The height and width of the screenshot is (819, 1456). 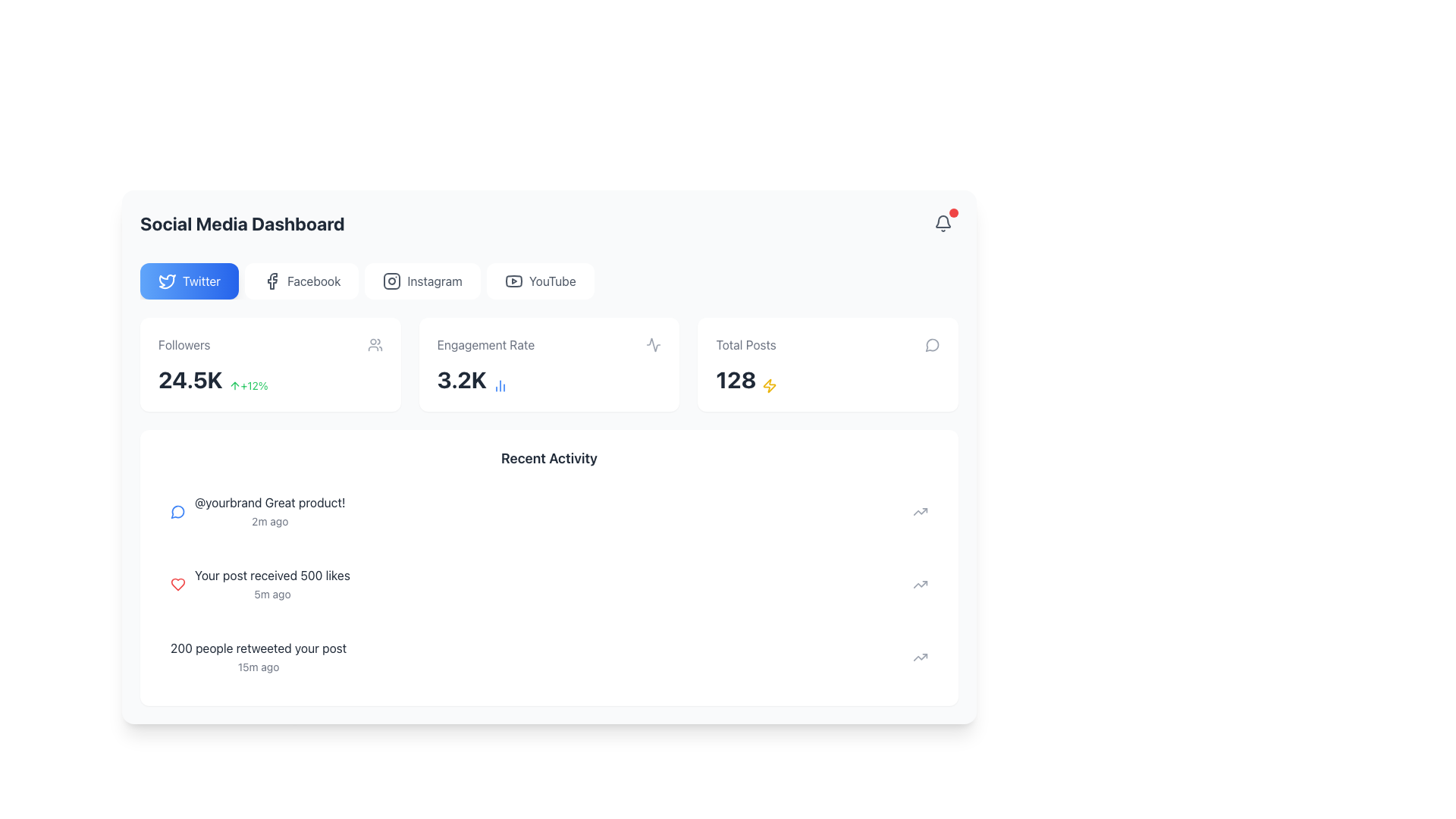 I want to click on the 'Facebook' text label within the button, so click(x=313, y=281).